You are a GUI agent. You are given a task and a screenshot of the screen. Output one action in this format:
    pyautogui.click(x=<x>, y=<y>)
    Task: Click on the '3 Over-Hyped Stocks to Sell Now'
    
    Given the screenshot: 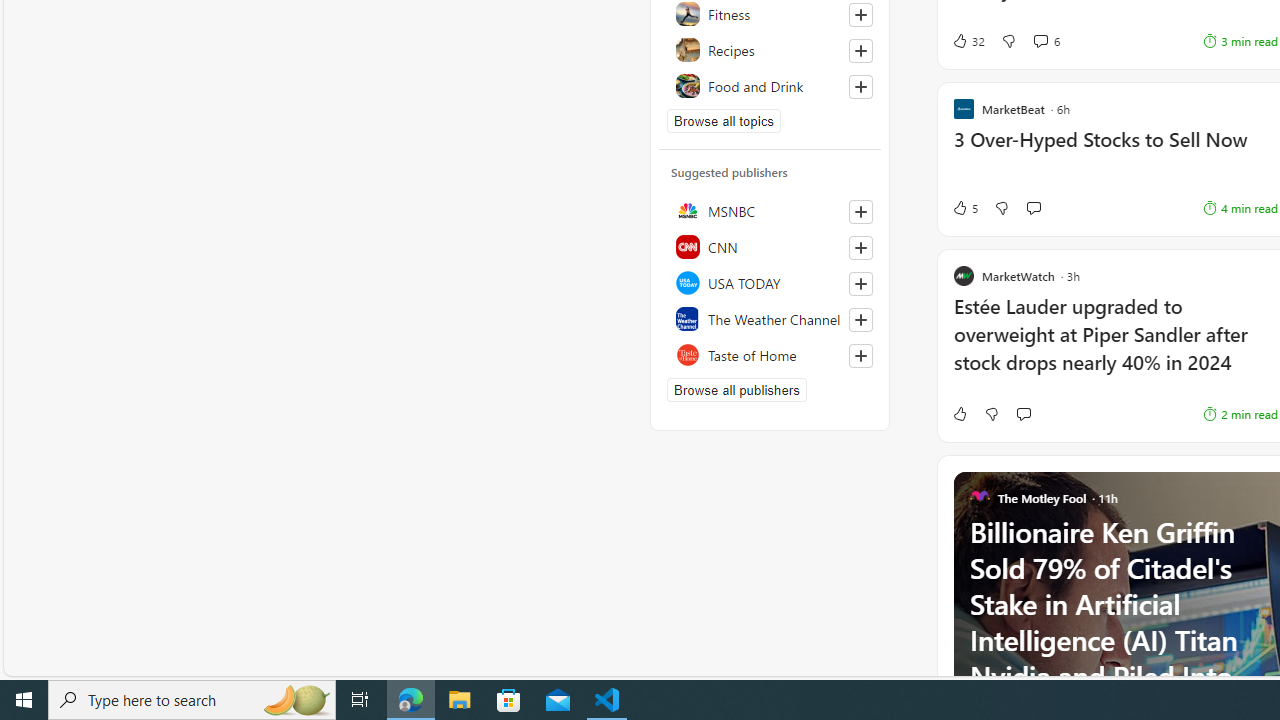 What is the action you would take?
    pyautogui.click(x=1114, y=149)
    